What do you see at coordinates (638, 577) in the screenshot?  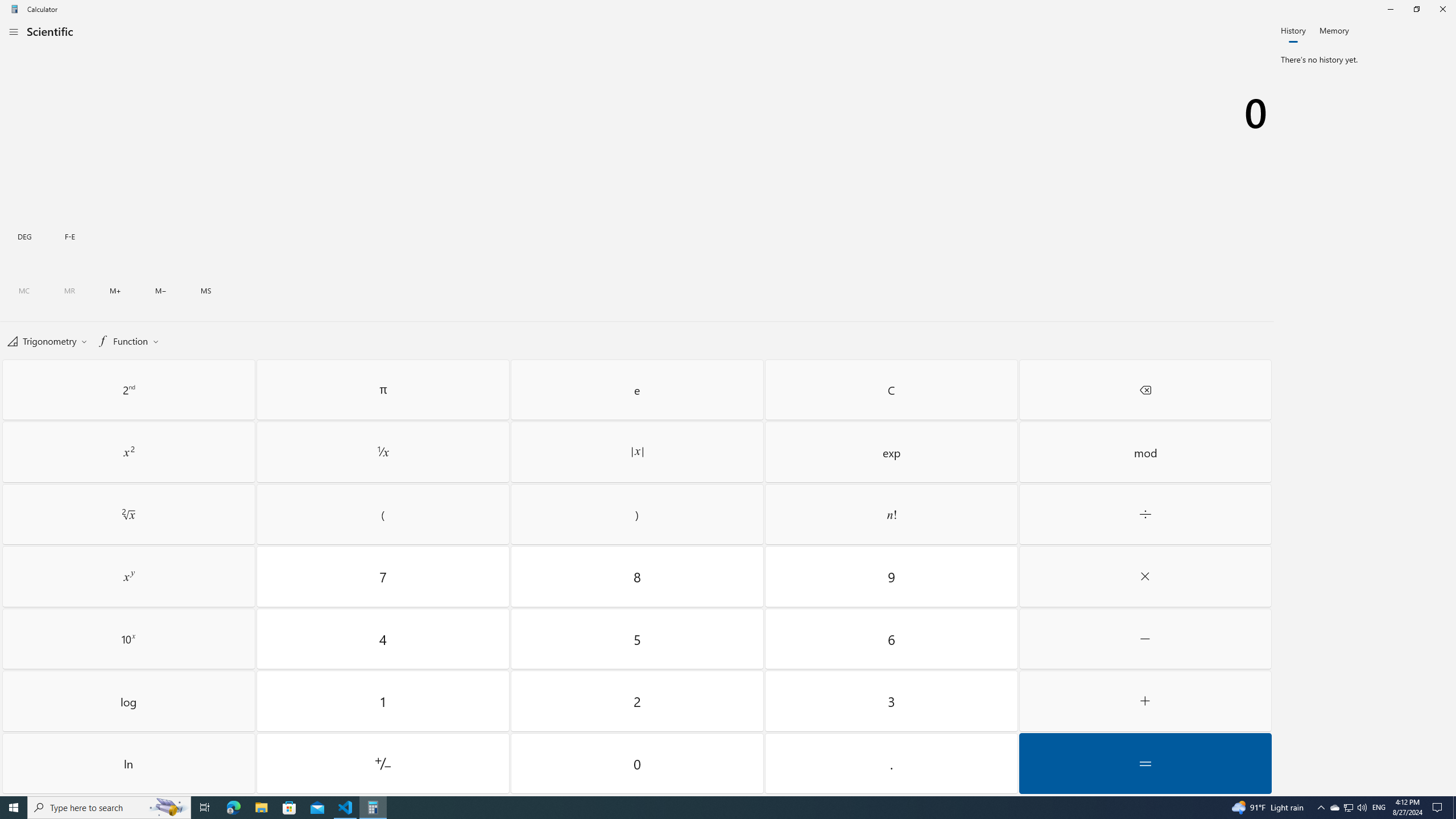 I see `'Eight'` at bounding box center [638, 577].